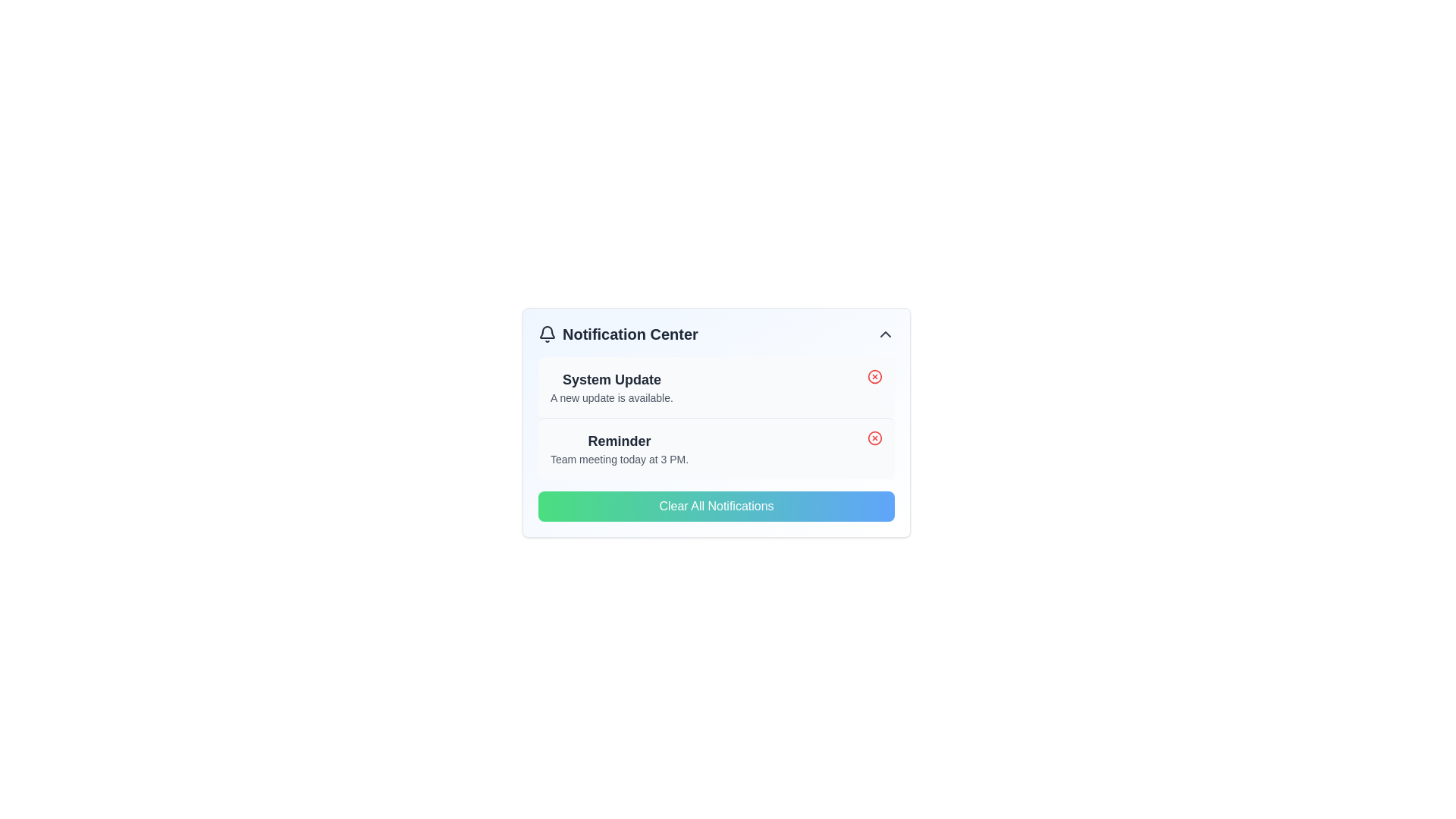 The height and width of the screenshot is (819, 1456). I want to click on the toggle button with an icon in the top-right corner of the Notification Center, so click(885, 333).